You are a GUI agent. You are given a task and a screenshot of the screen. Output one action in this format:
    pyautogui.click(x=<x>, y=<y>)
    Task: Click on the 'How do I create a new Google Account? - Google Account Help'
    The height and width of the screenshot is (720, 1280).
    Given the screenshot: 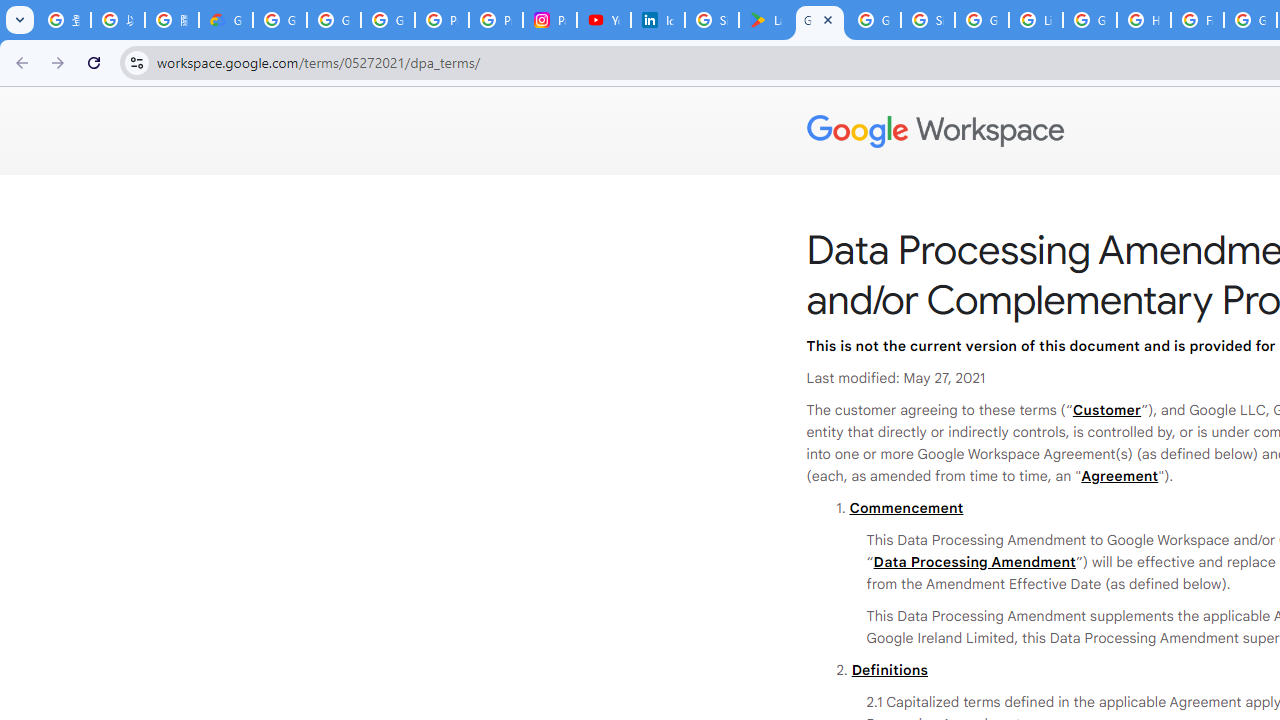 What is the action you would take?
    pyautogui.click(x=1144, y=20)
    